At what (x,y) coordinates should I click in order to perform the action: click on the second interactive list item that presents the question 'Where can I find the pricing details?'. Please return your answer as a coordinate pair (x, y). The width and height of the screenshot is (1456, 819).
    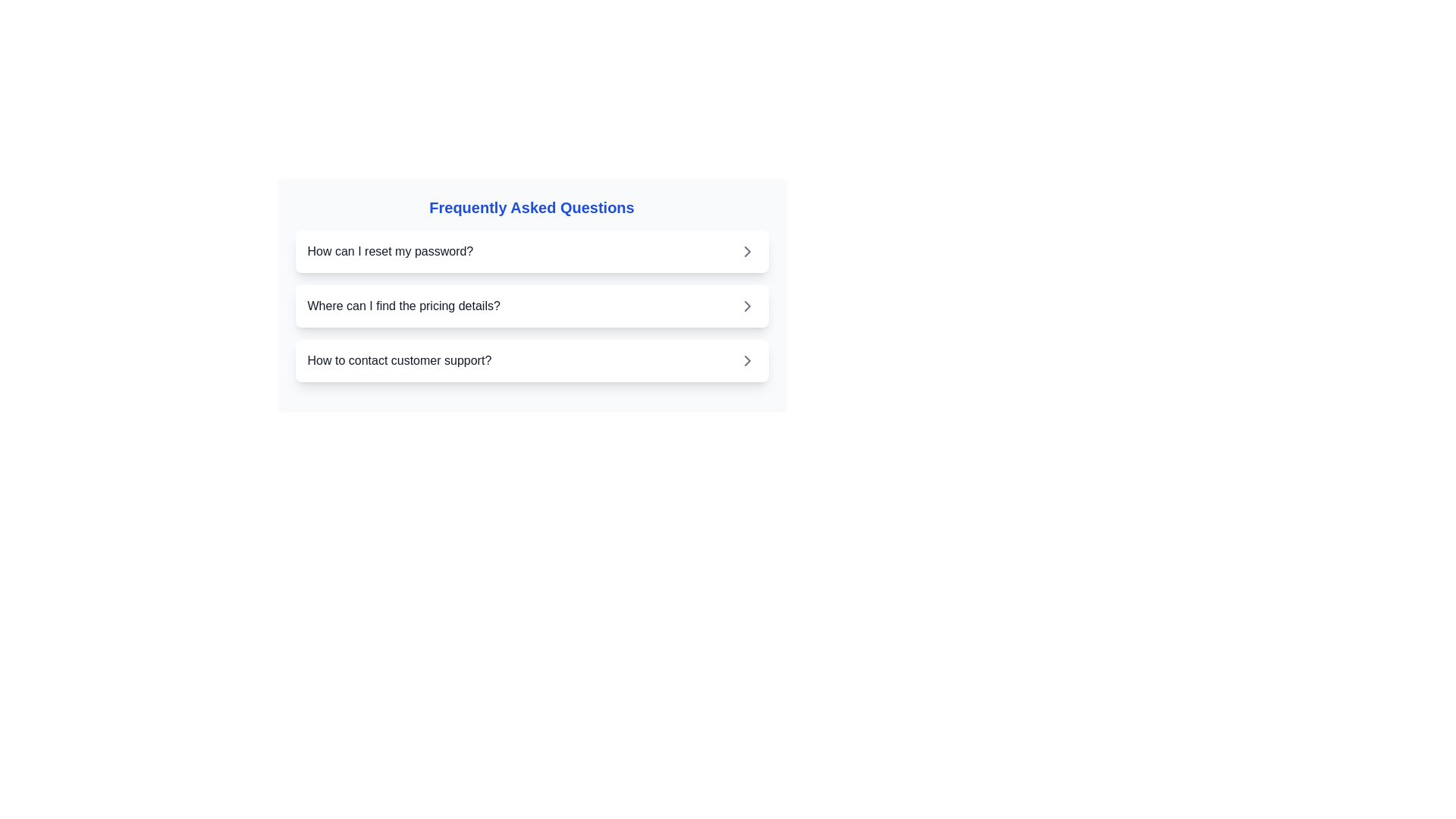
    Looking at the image, I should click on (532, 295).